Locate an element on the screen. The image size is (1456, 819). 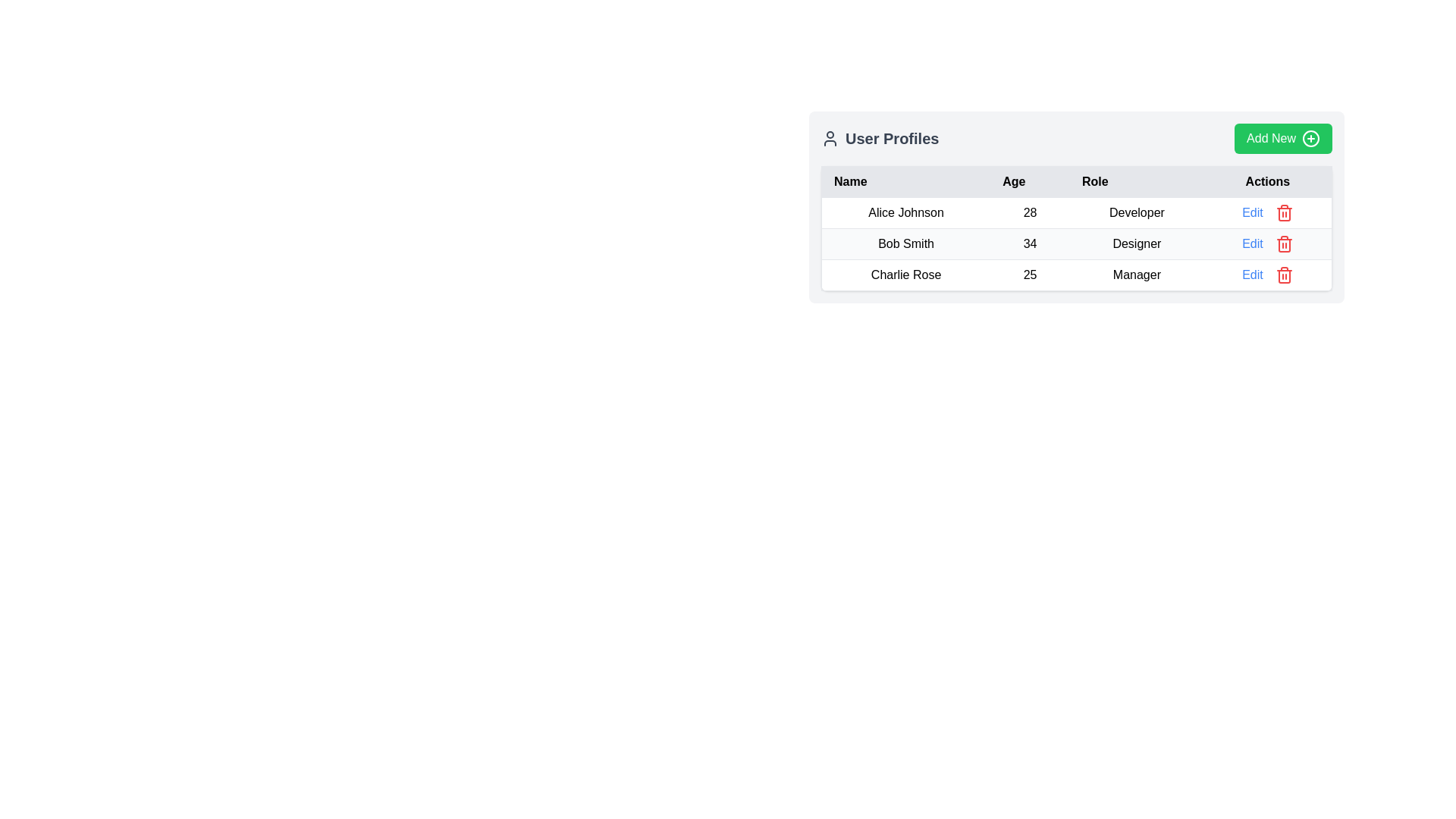
the interactive text link for editing the user profile data of 'Bob Smith' is located at coordinates (1252, 243).